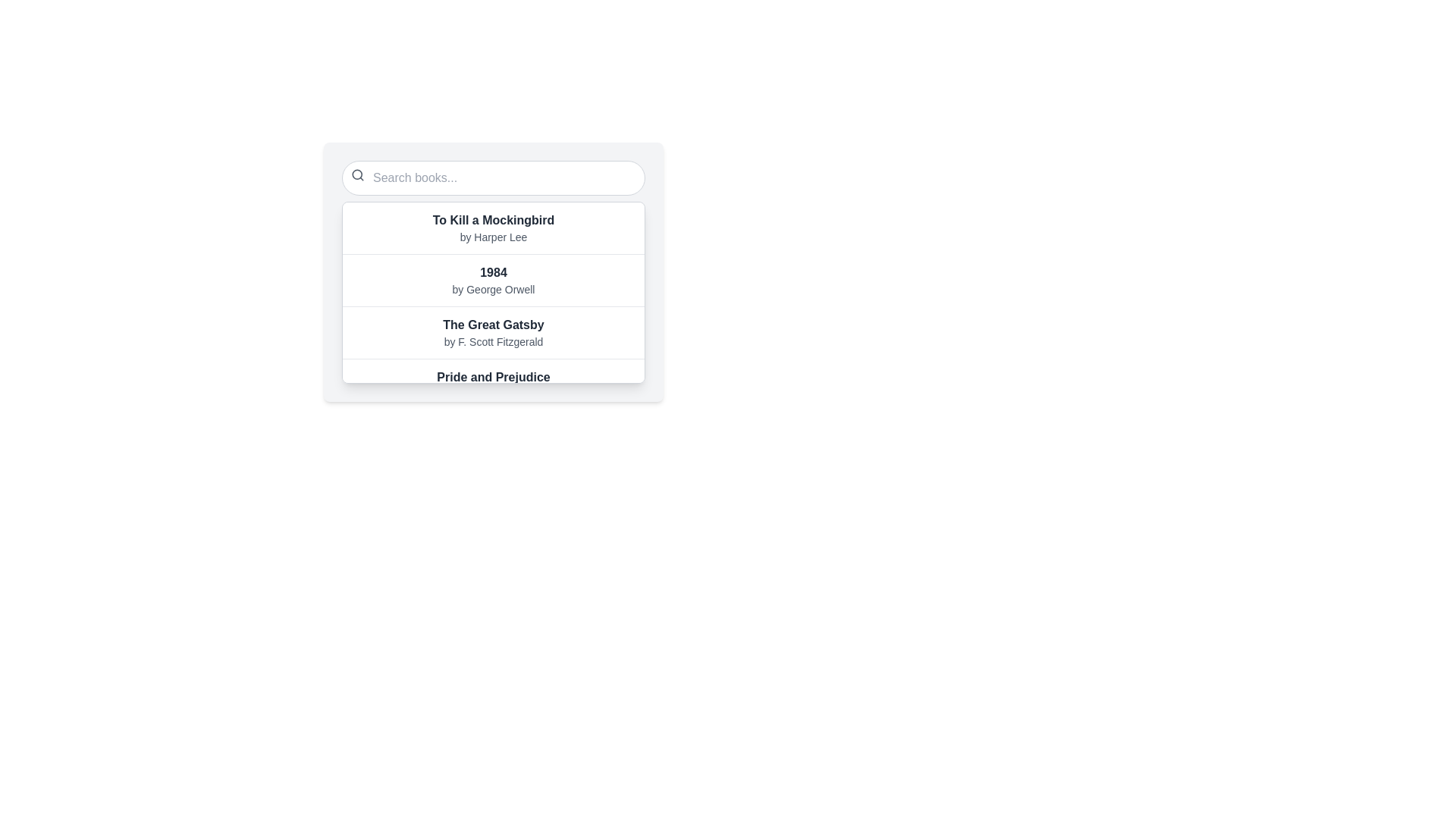 Image resolution: width=1456 pixels, height=819 pixels. I want to click on the text label reading 'Pride and Prejudice', which is the primary label of the fourth list item in a vertical list of items, so click(494, 376).